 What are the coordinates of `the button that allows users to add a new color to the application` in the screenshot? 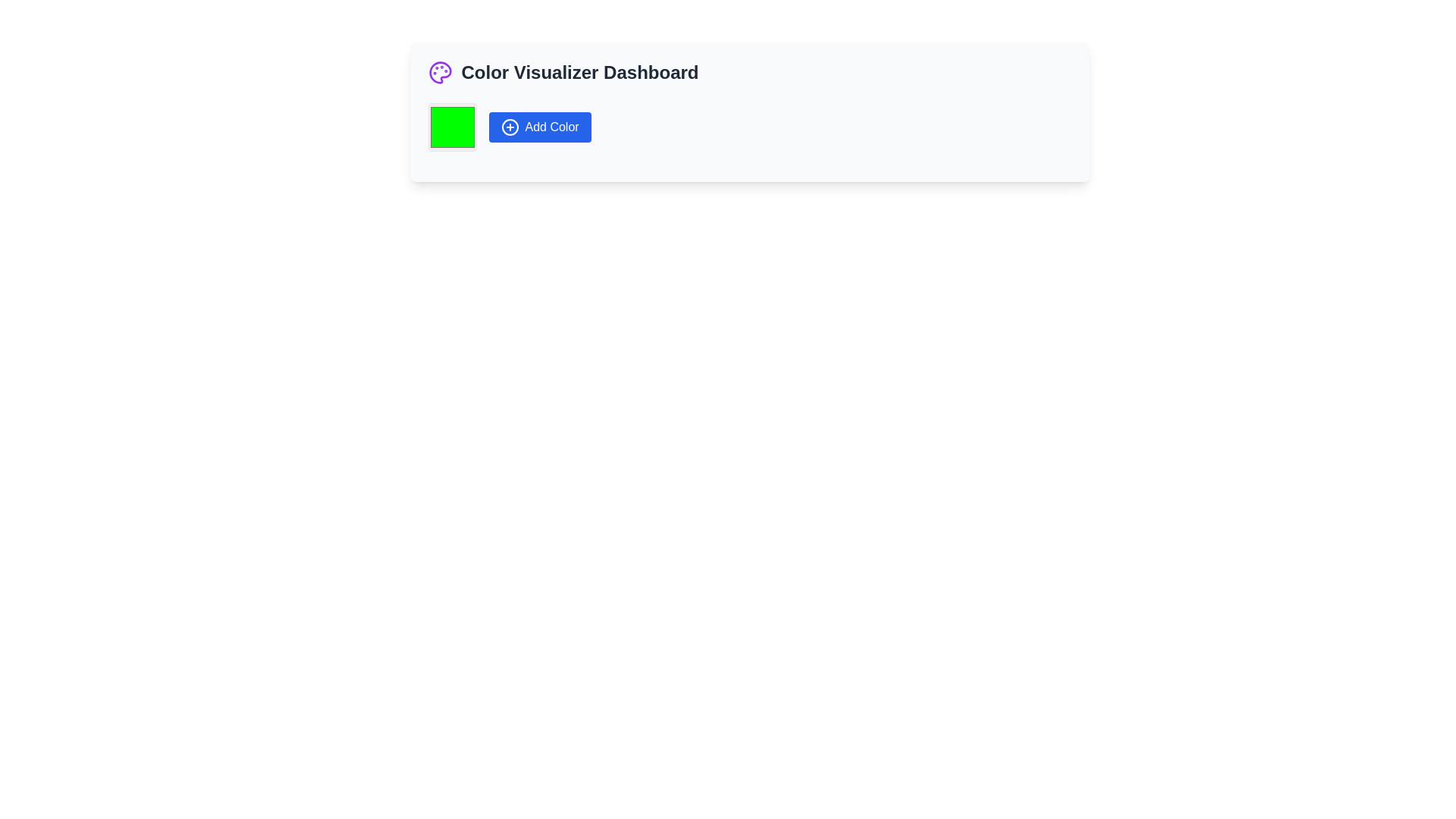 It's located at (540, 127).